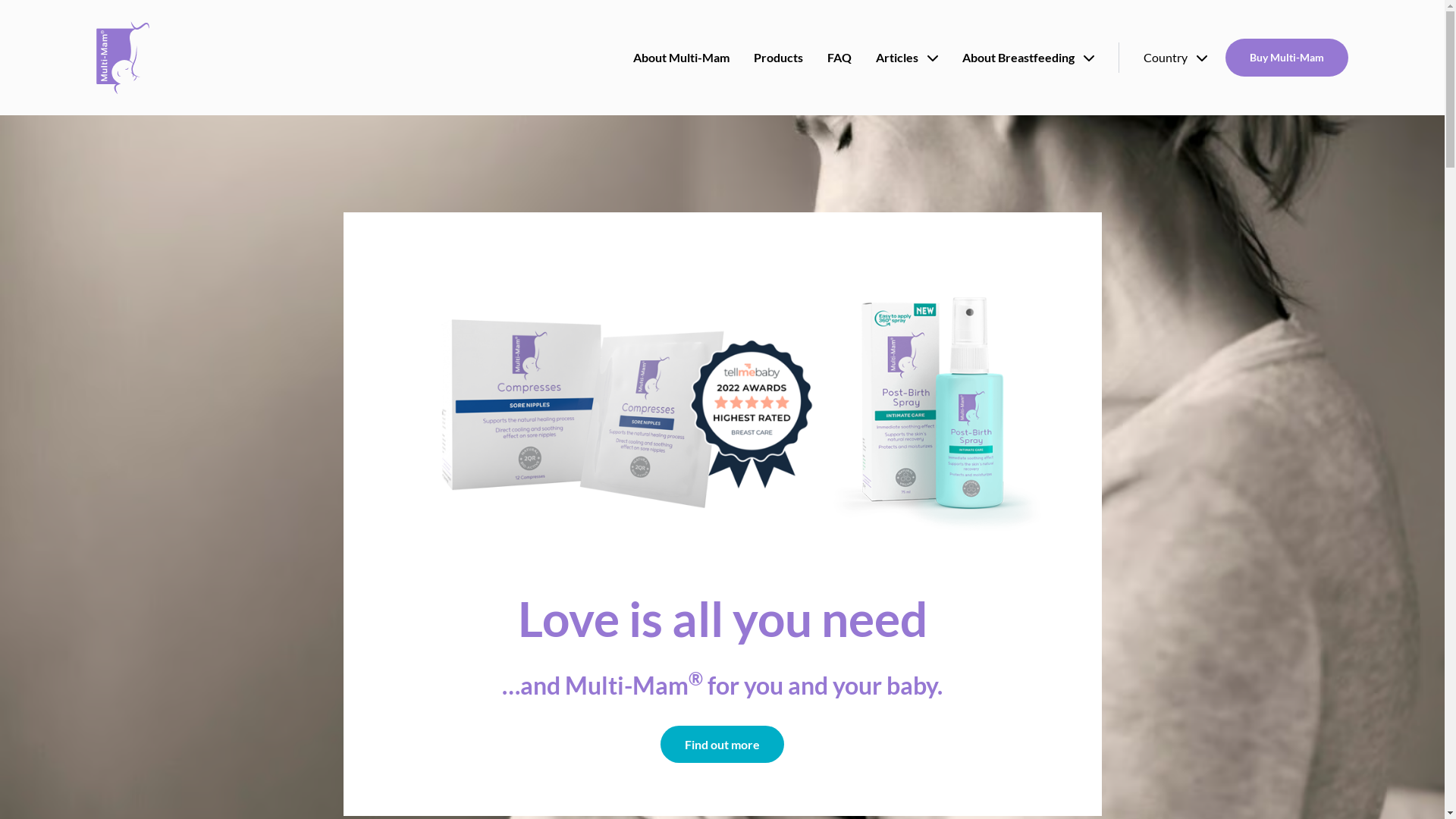  What do you see at coordinates (1028, 57) in the screenshot?
I see `'About Breastfeeding'` at bounding box center [1028, 57].